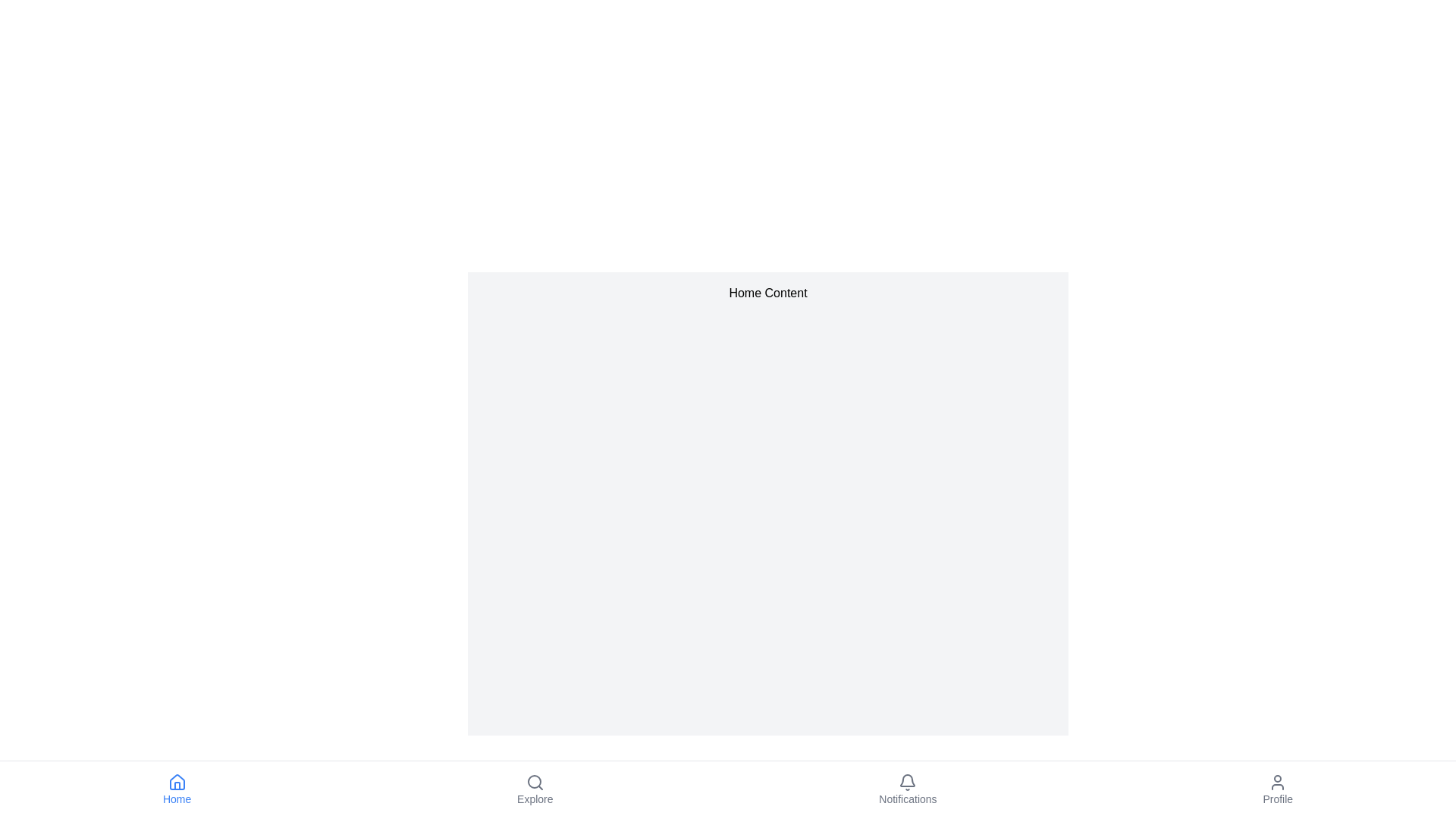 This screenshot has width=1456, height=819. Describe the element at coordinates (1277, 798) in the screenshot. I see `the 'Profile' text label in the bottom navigation bar` at that location.